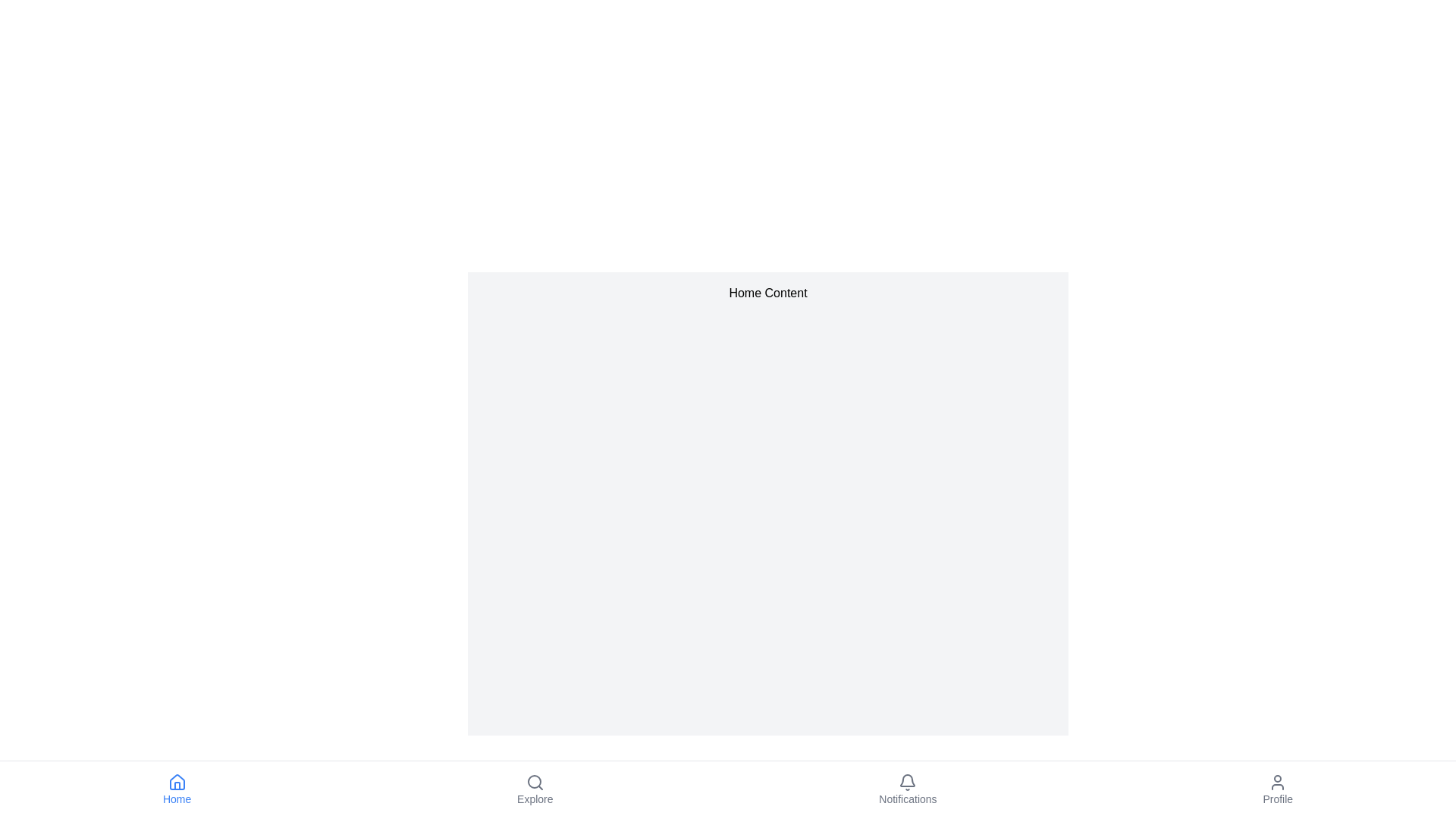 This screenshot has width=1456, height=819. Describe the element at coordinates (1277, 798) in the screenshot. I see `the 'Profile' text label in the bottom navigation bar` at that location.